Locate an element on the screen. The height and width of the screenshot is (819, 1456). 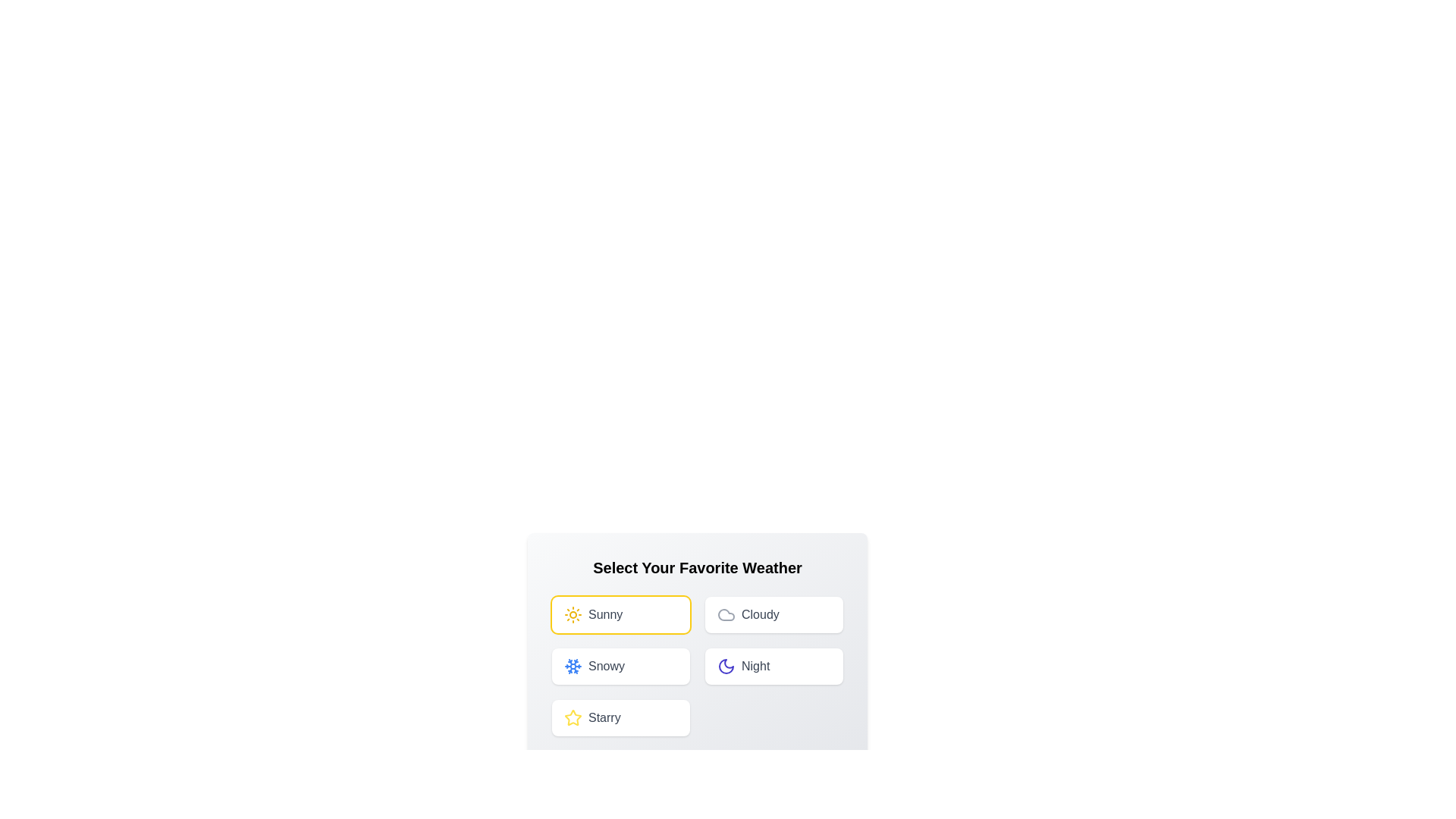
the snowflake icon representing the 'Snowy' weather selection option, located at the left side of the 'Snowy' button in the weather selection area is located at coordinates (572, 666).